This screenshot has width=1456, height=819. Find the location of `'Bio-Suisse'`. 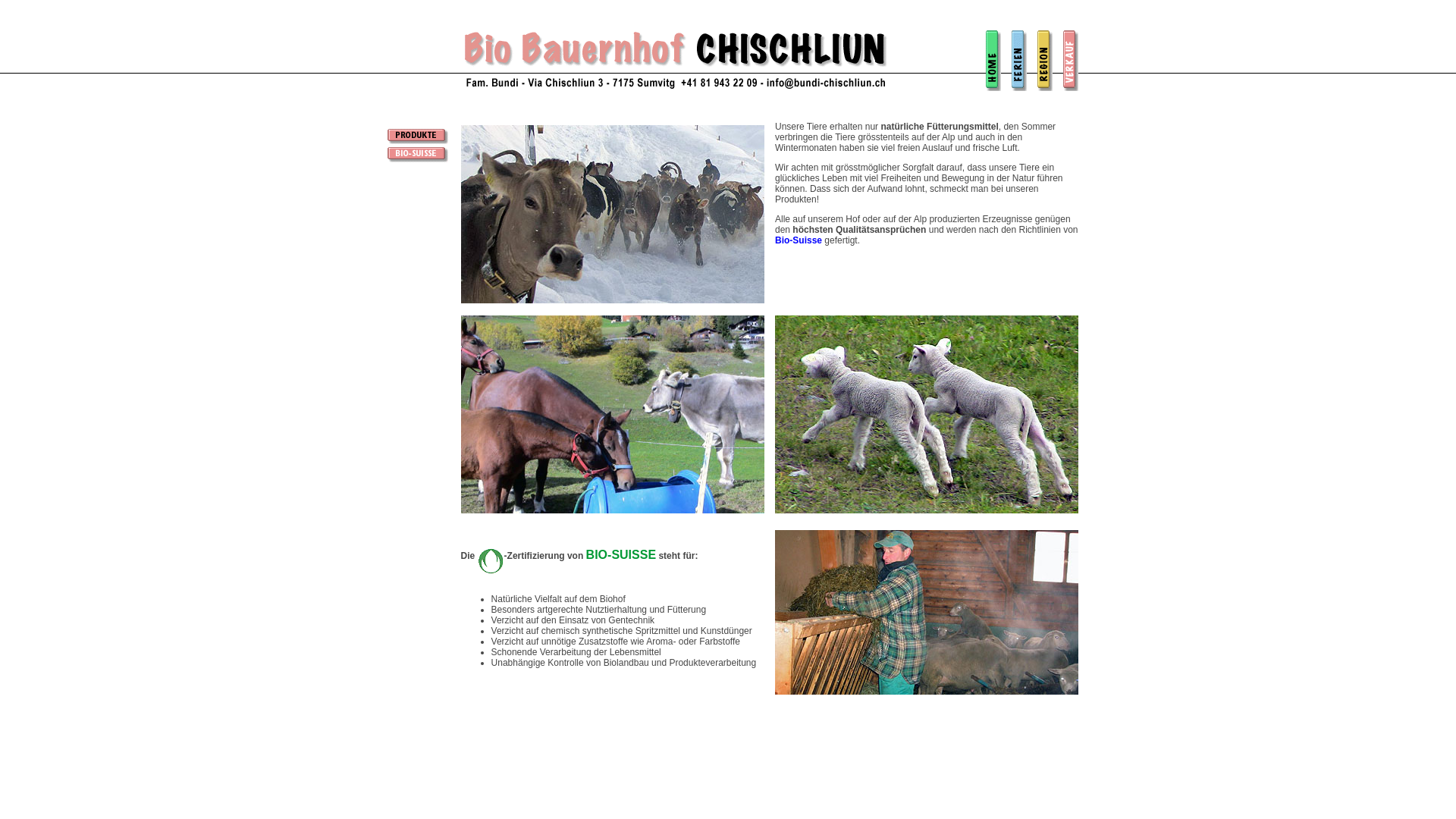

'Bio-Suisse' is located at coordinates (797, 239).